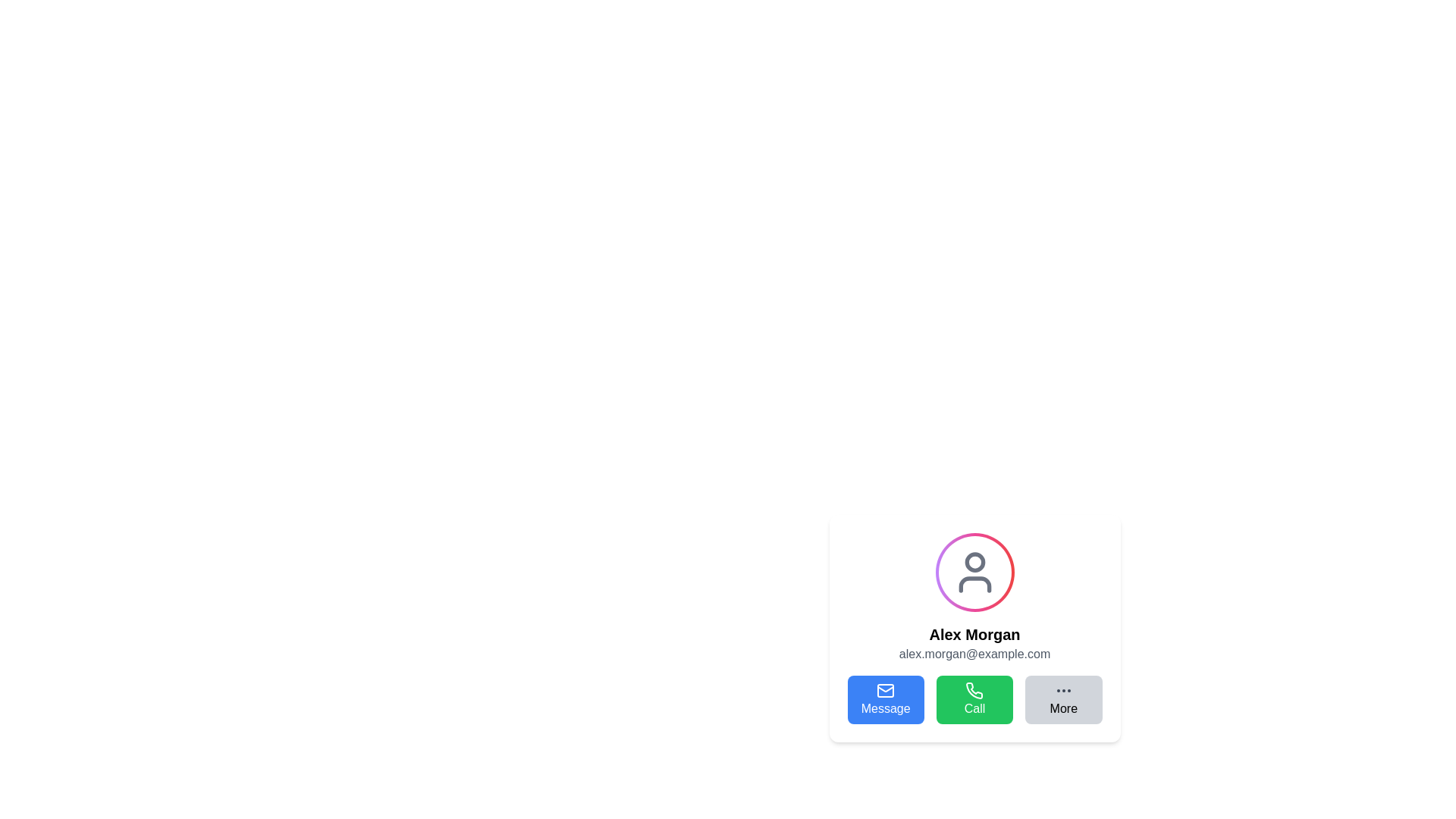 The width and height of the screenshot is (1456, 819). I want to click on the interactive button located at the bottom of Alex Morgan's profile card to initiate a call, so click(974, 699).